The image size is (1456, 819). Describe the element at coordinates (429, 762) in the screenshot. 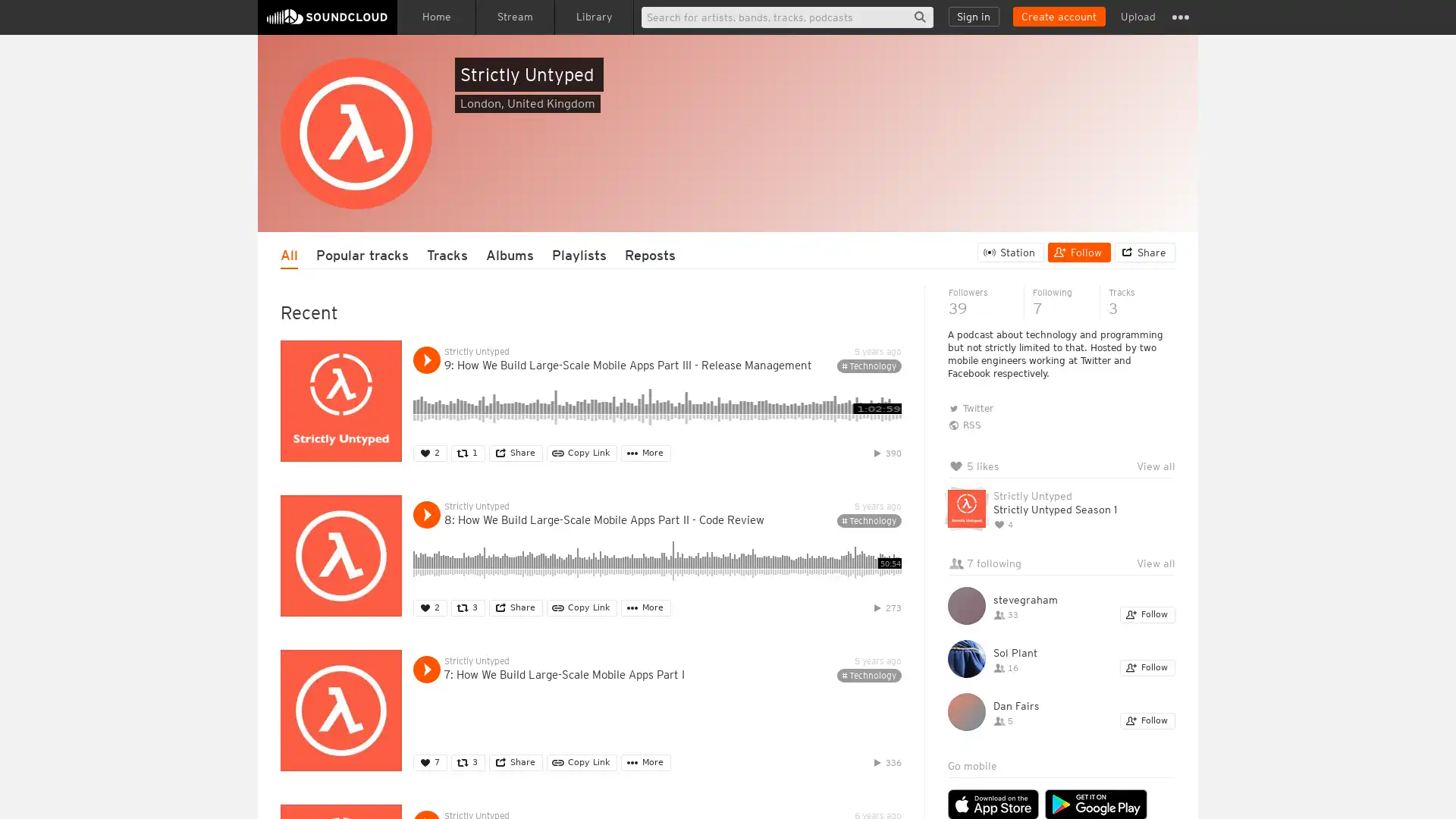

I see `Like` at that location.